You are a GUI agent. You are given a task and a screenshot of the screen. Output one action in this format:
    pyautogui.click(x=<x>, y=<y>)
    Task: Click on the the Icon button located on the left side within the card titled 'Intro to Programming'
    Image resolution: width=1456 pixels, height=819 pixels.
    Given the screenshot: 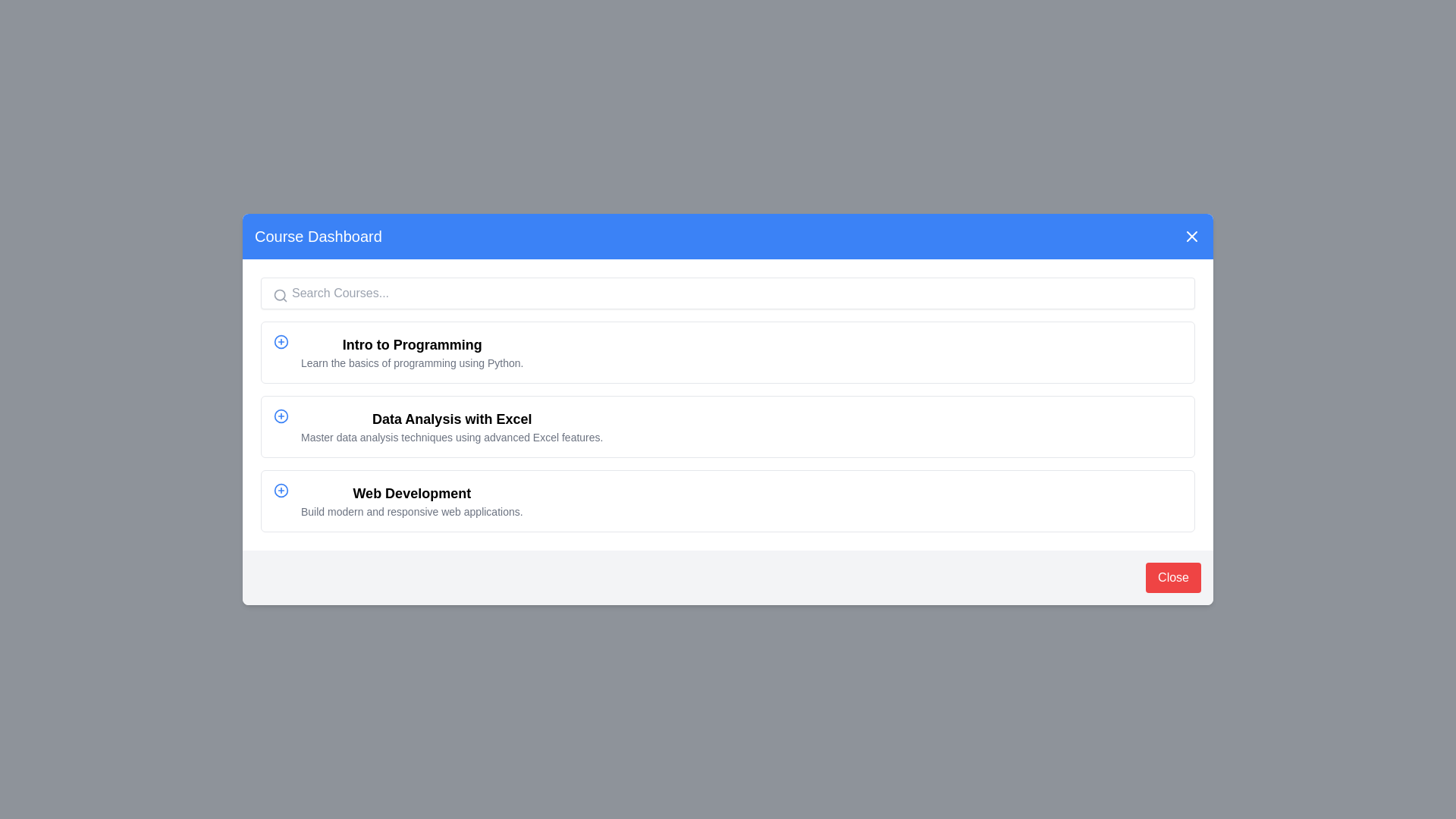 What is the action you would take?
    pyautogui.click(x=281, y=342)
    